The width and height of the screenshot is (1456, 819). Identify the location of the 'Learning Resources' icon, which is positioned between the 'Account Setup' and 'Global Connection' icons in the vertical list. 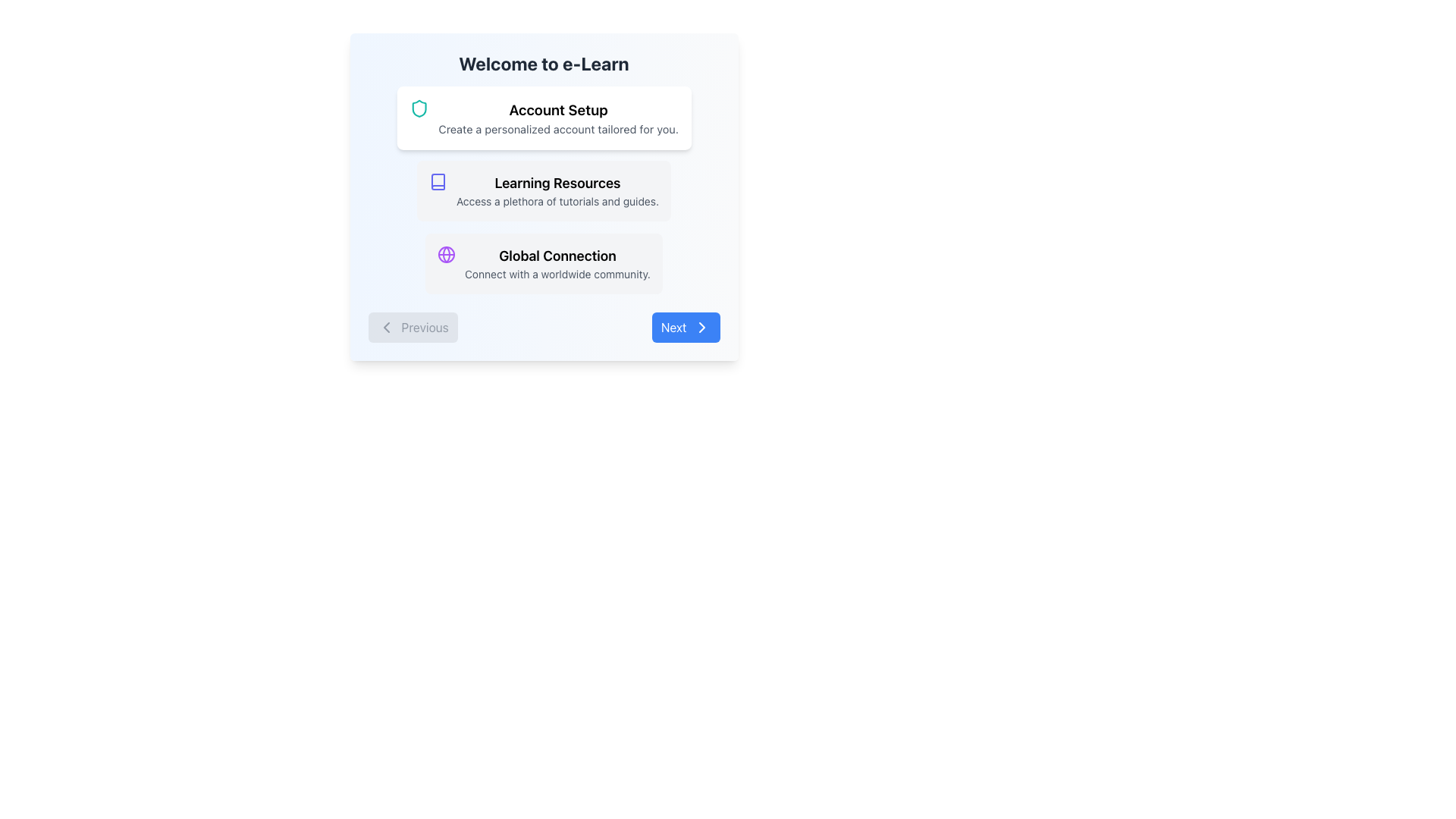
(438, 180).